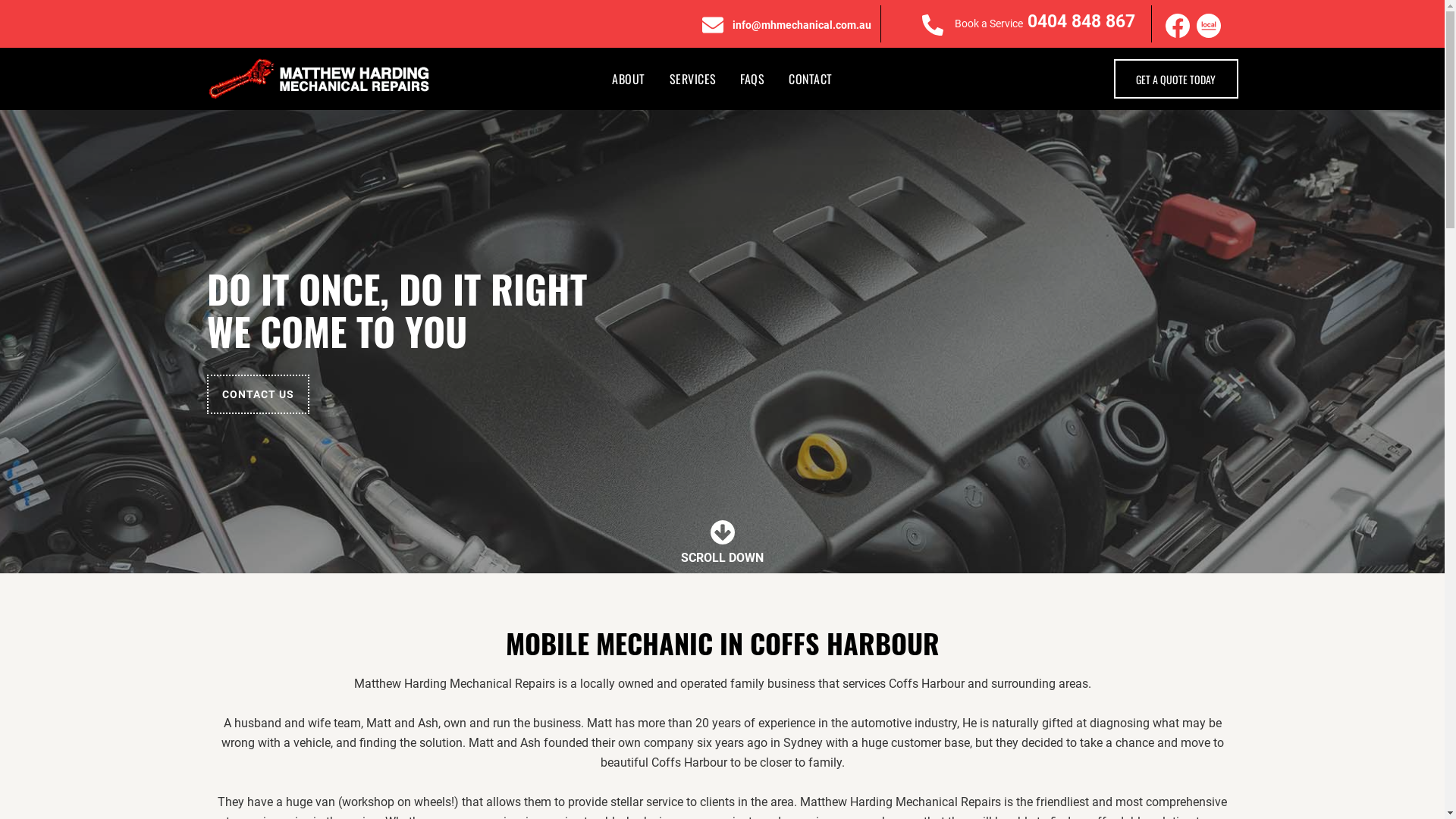 This screenshot has height=819, width=1456. I want to click on 'Find Us On Facebook', so click(1177, 26).